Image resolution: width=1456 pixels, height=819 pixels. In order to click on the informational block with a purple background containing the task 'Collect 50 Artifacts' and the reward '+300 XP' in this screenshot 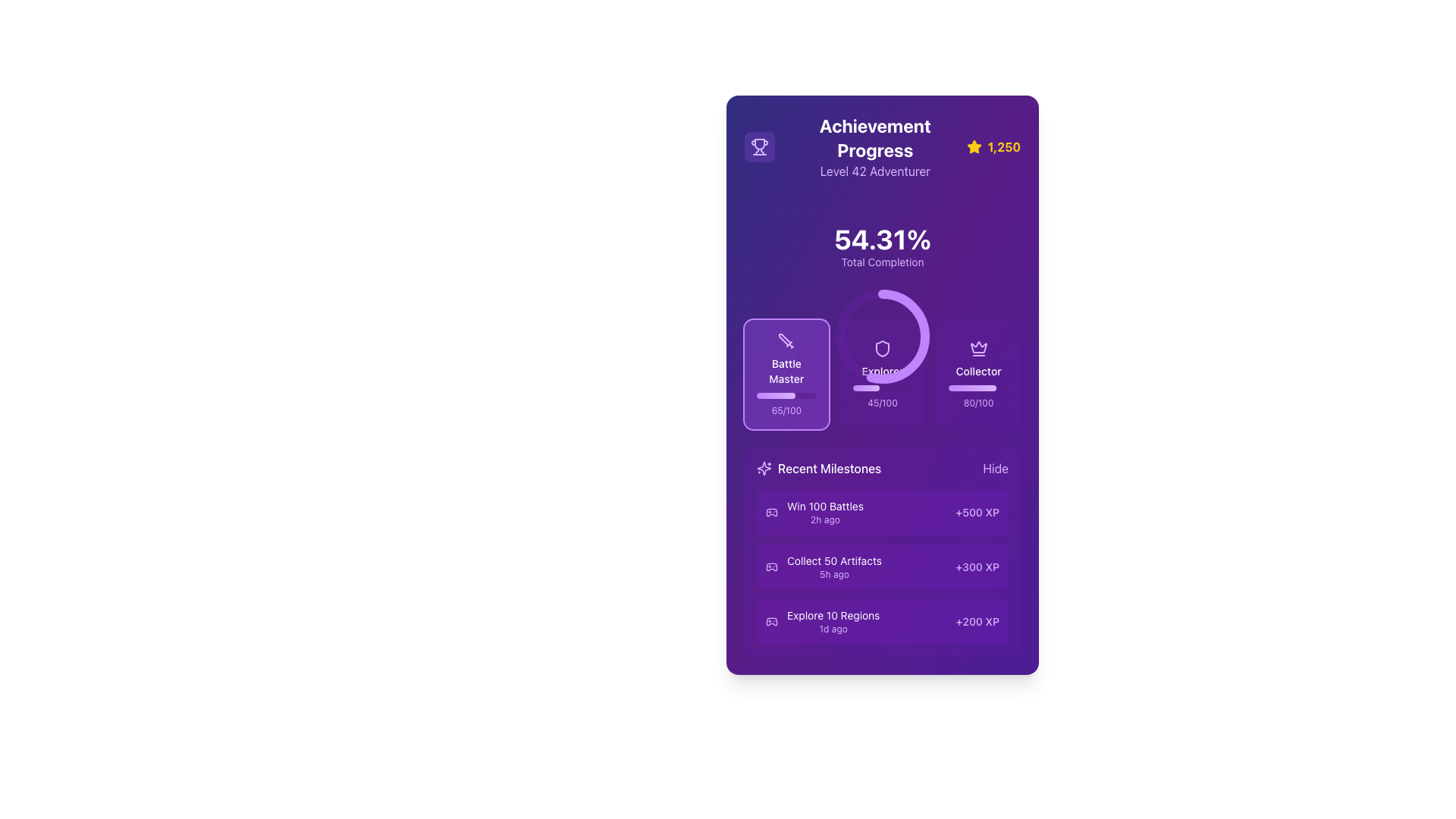, I will do `click(882, 567)`.